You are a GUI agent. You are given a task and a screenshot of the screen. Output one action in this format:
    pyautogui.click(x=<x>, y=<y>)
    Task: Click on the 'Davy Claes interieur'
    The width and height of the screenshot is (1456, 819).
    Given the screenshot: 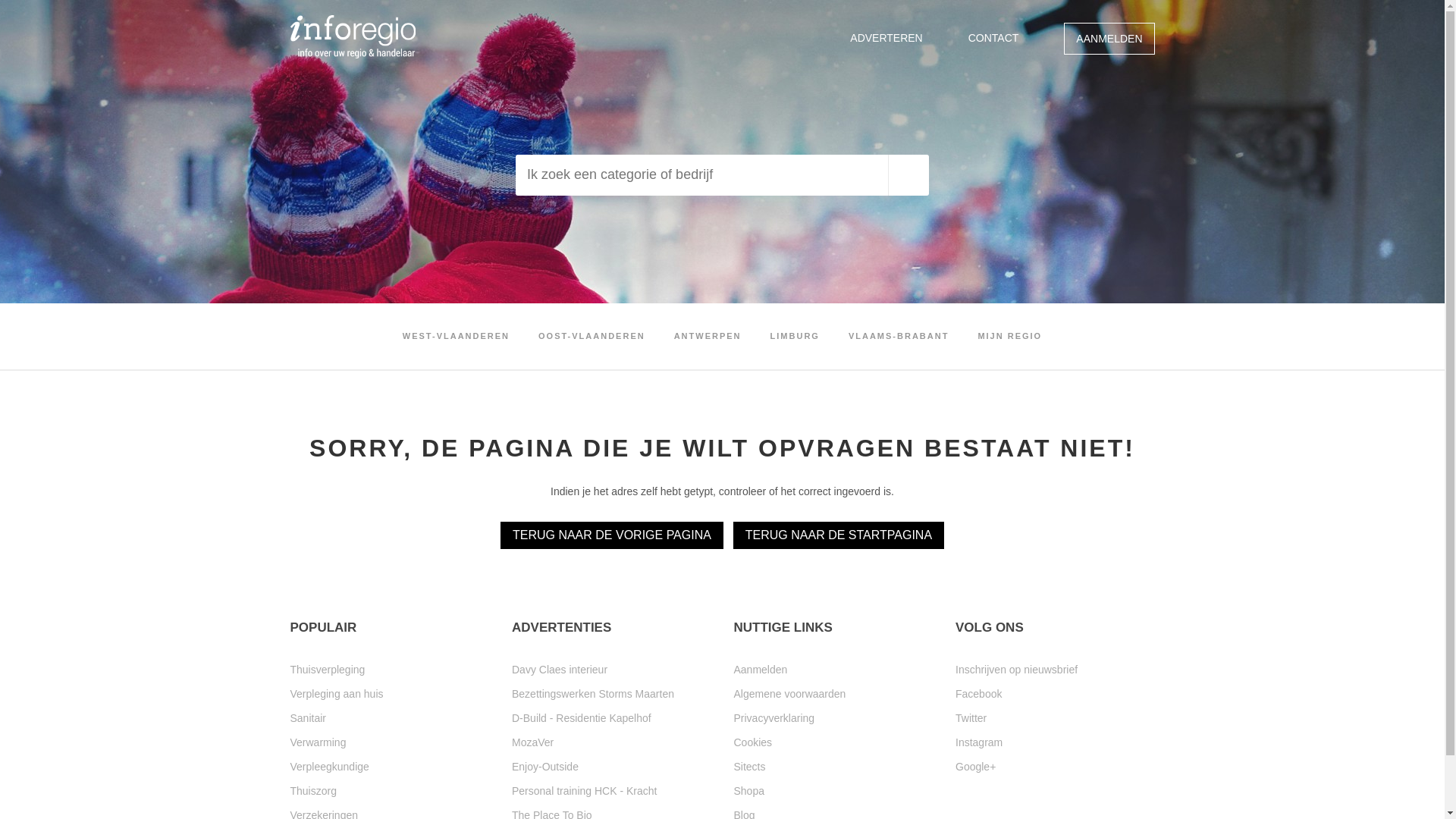 What is the action you would take?
    pyautogui.click(x=611, y=669)
    